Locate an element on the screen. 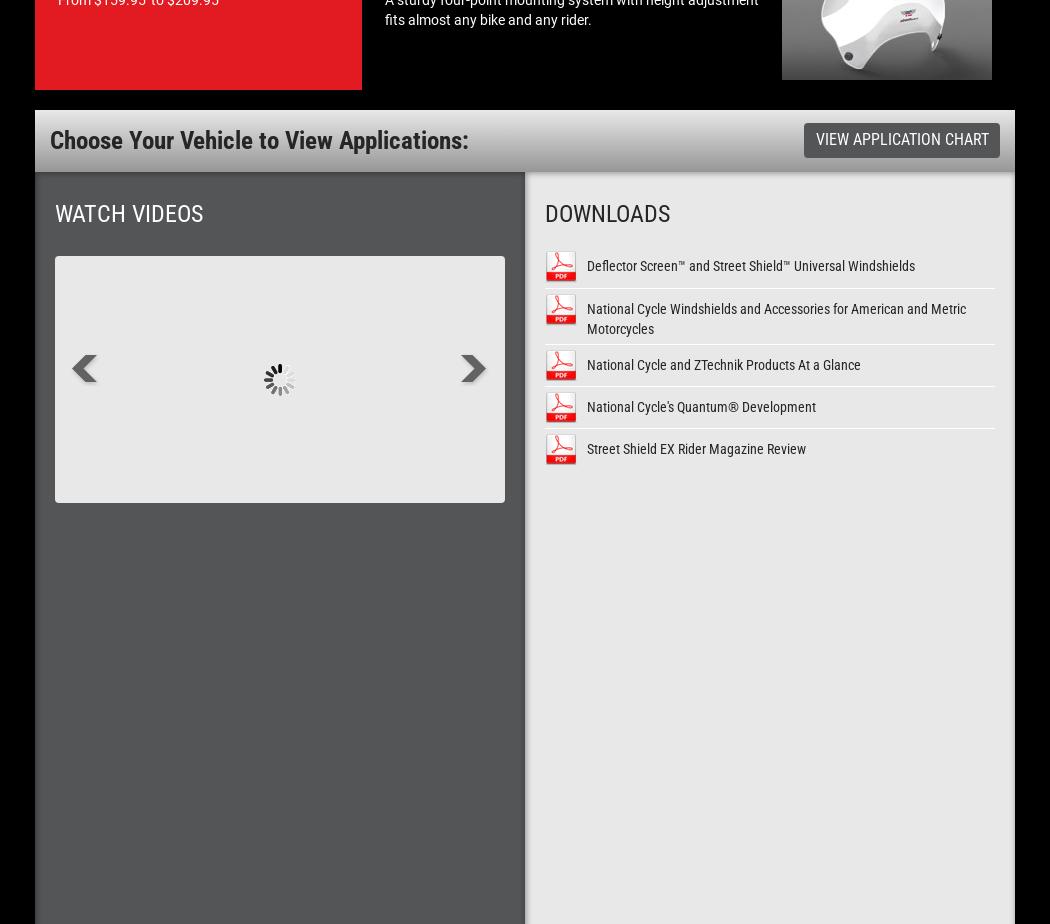 This screenshot has width=1050, height=924. 'National Cycle and ZTechnik Products At a Glance' is located at coordinates (722, 364).